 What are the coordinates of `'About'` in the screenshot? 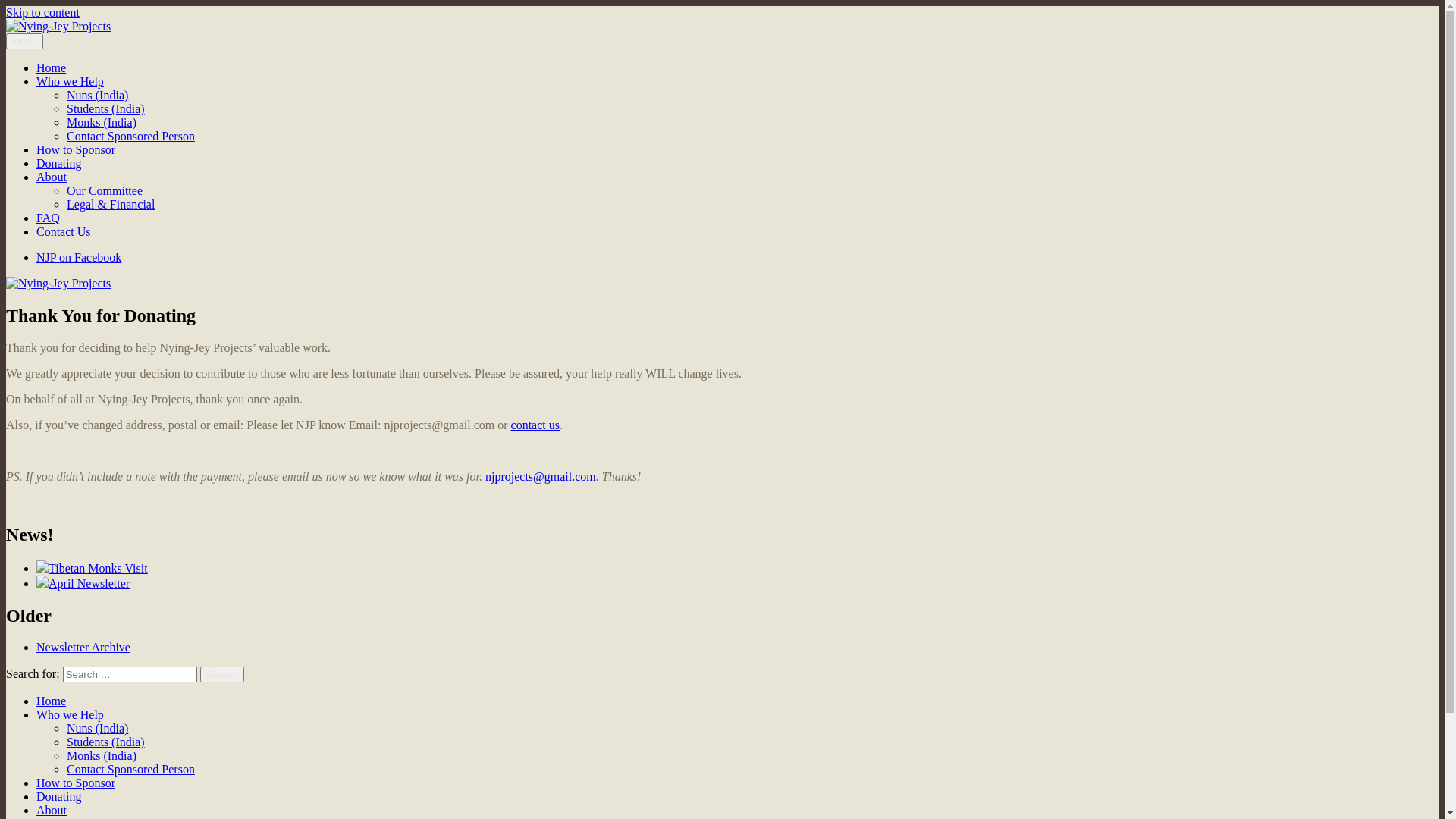 It's located at (51, 809).